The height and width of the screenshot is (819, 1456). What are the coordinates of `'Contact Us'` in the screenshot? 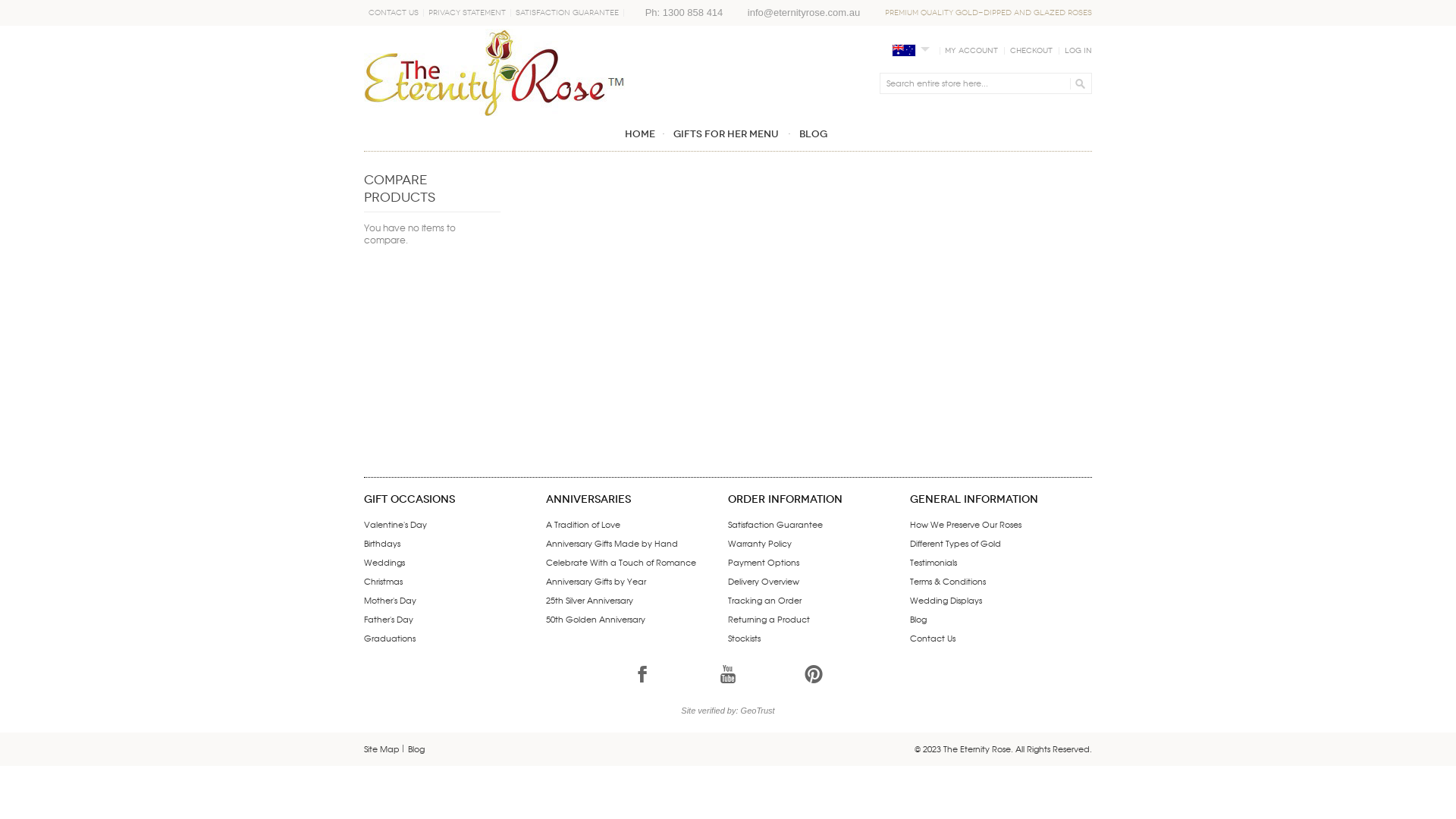 It's located at (393, 12).